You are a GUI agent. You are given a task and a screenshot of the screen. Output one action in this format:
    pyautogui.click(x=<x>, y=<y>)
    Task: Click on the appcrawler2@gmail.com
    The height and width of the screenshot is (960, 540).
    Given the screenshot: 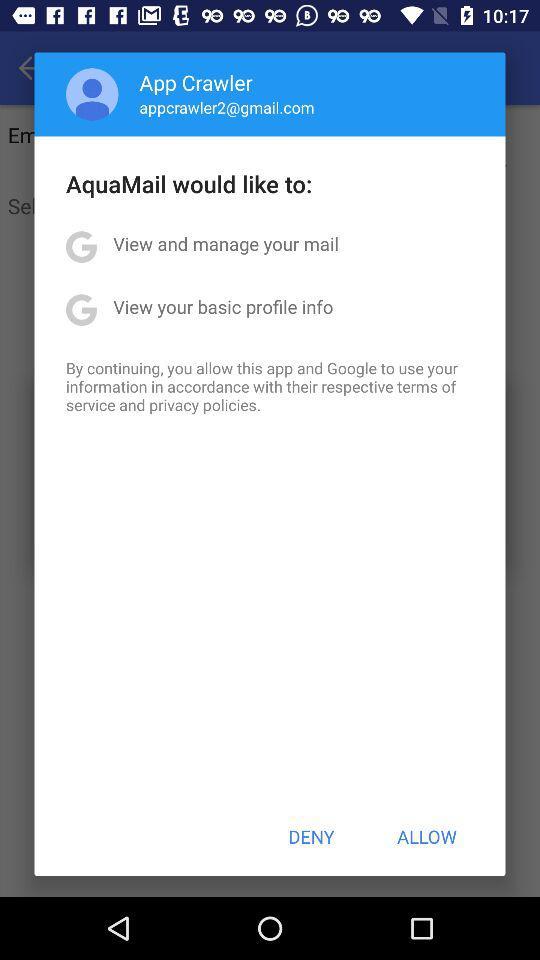 What is the action you would take?
    pyautogui.click(x=226, y=107)
    